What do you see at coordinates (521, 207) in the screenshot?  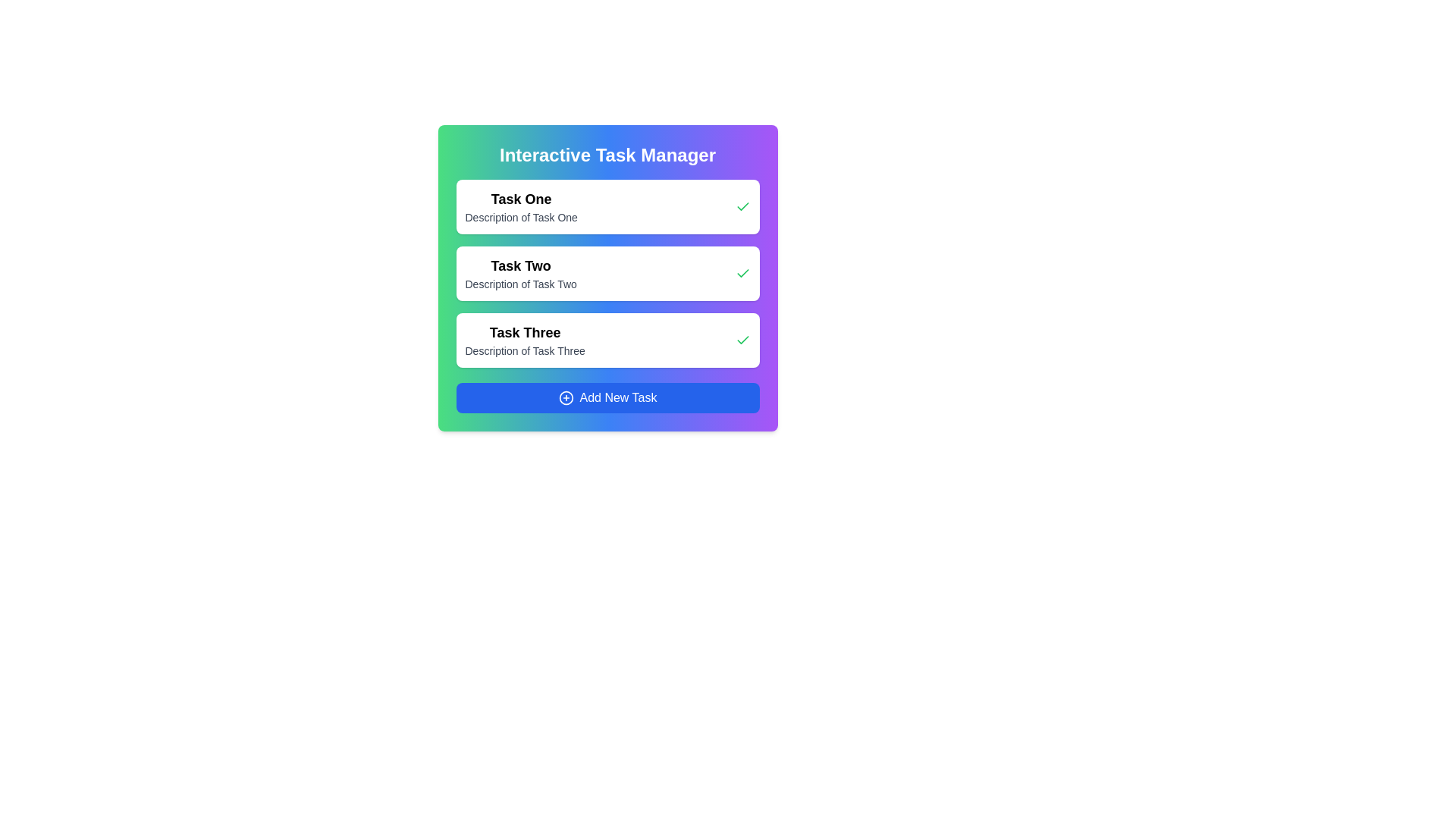 I see `the first task item` at bounding box center [521, 207].